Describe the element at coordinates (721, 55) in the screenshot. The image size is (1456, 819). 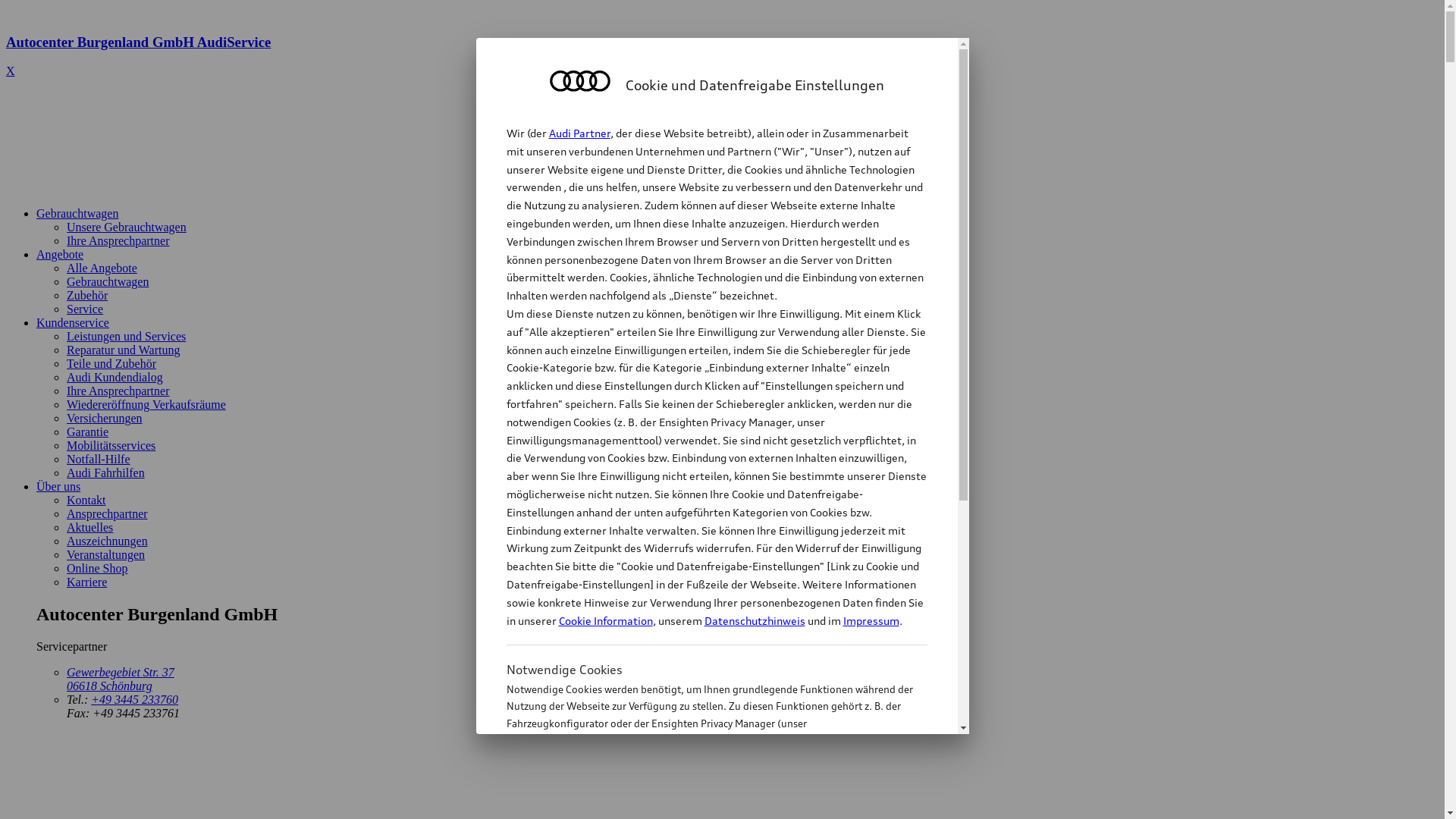
I see `'Autocenter Burgenland GmbH AudiService'` at that location.